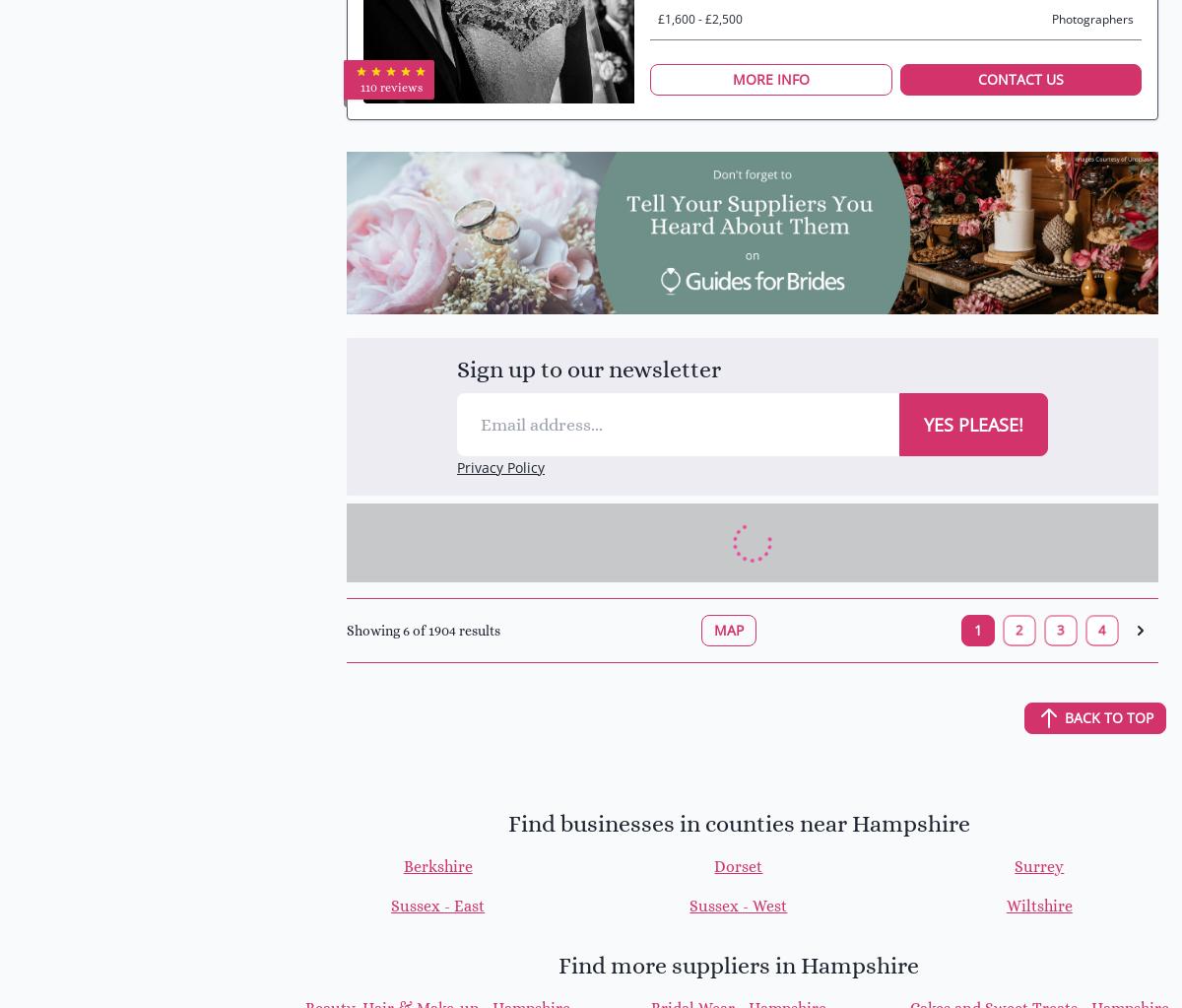 This screenshot has width=1182, height=1008. What do you see at coordinates (1107, 716) in the screenshot?
I see `'Back To Top'` at bounding box center [1107, 716].